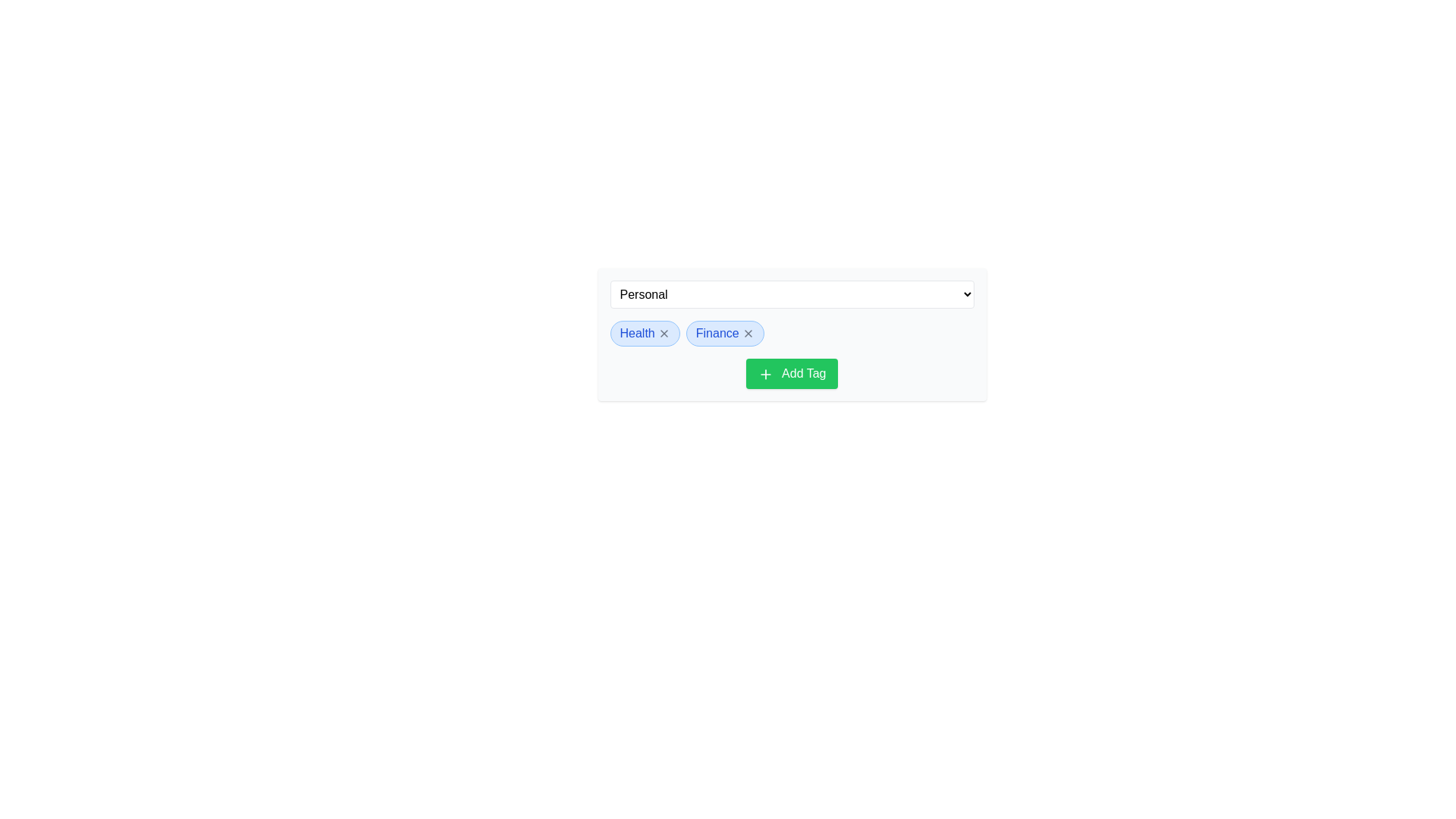 The width and height of the screenshot is (1456, 819). I want to click on the addition icon located to the left of the text inside the green 'Add Tag' button, so click(765, 374).